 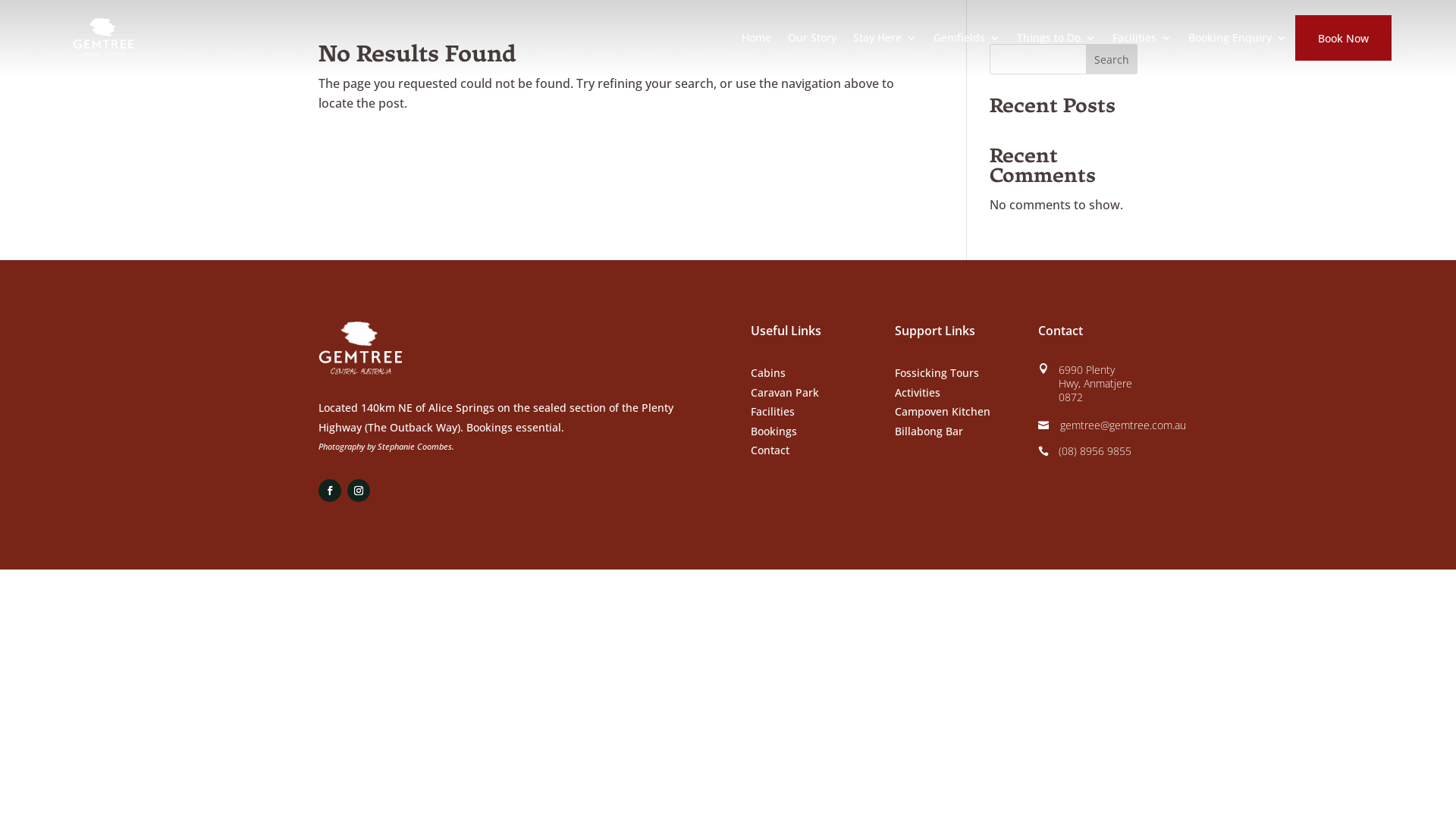 I want to click on 'Activities', so click(x=916, y=391).